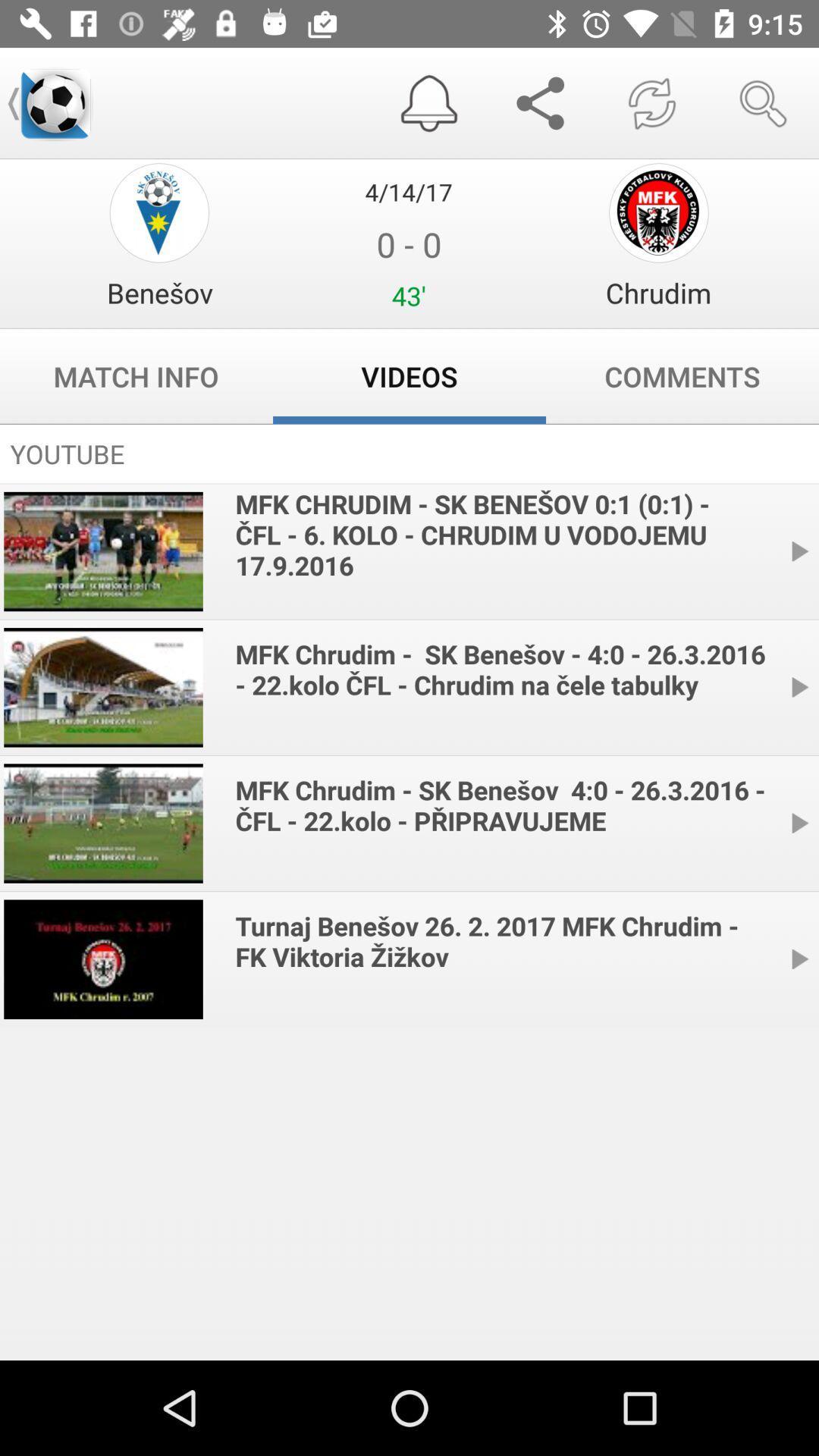  What do you see at coordinates (159, 212) in the screenshot?
I see `game gift` at bounding box center [159, 212].